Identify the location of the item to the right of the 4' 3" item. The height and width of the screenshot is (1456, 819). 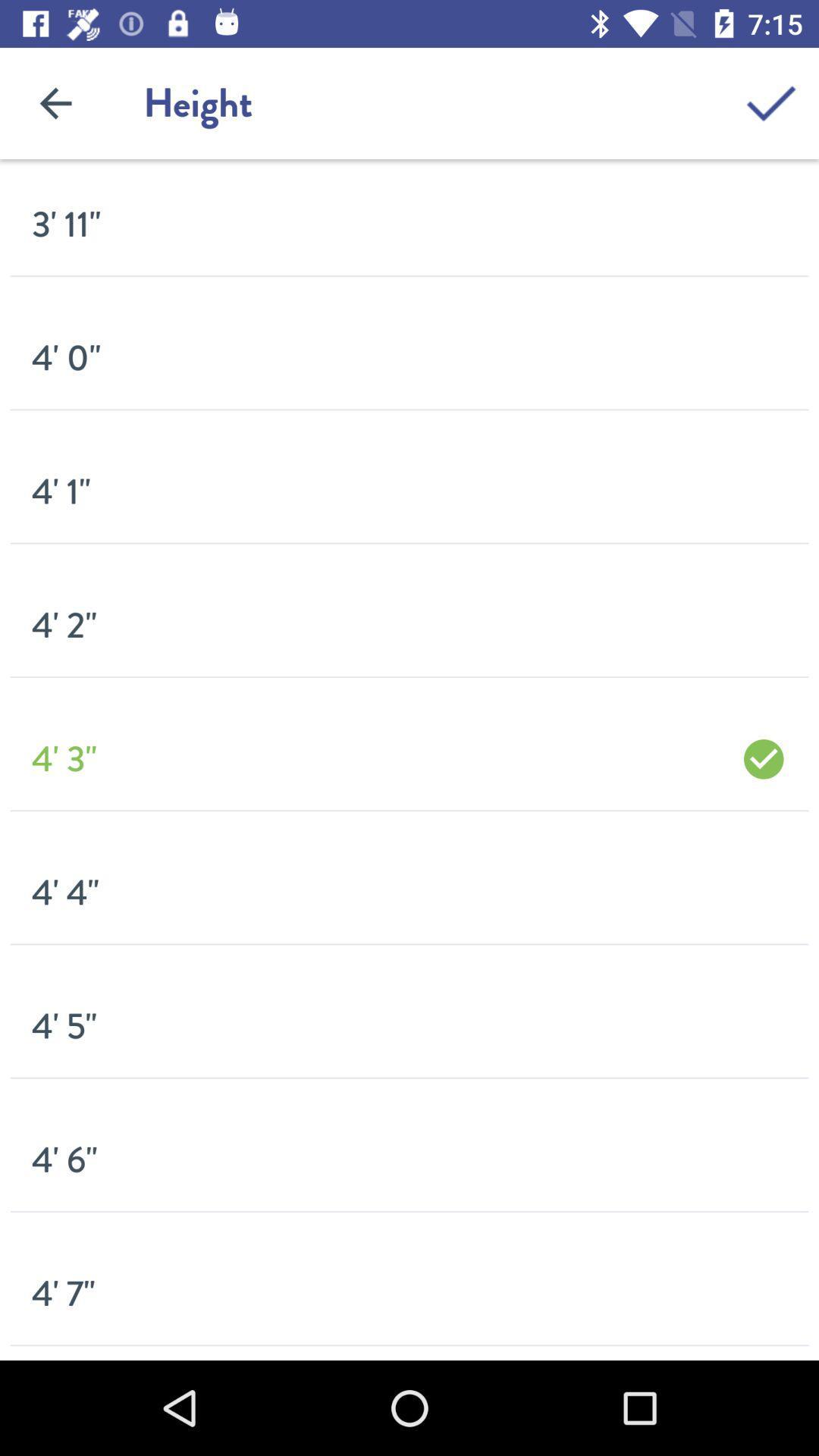
(764, 759).